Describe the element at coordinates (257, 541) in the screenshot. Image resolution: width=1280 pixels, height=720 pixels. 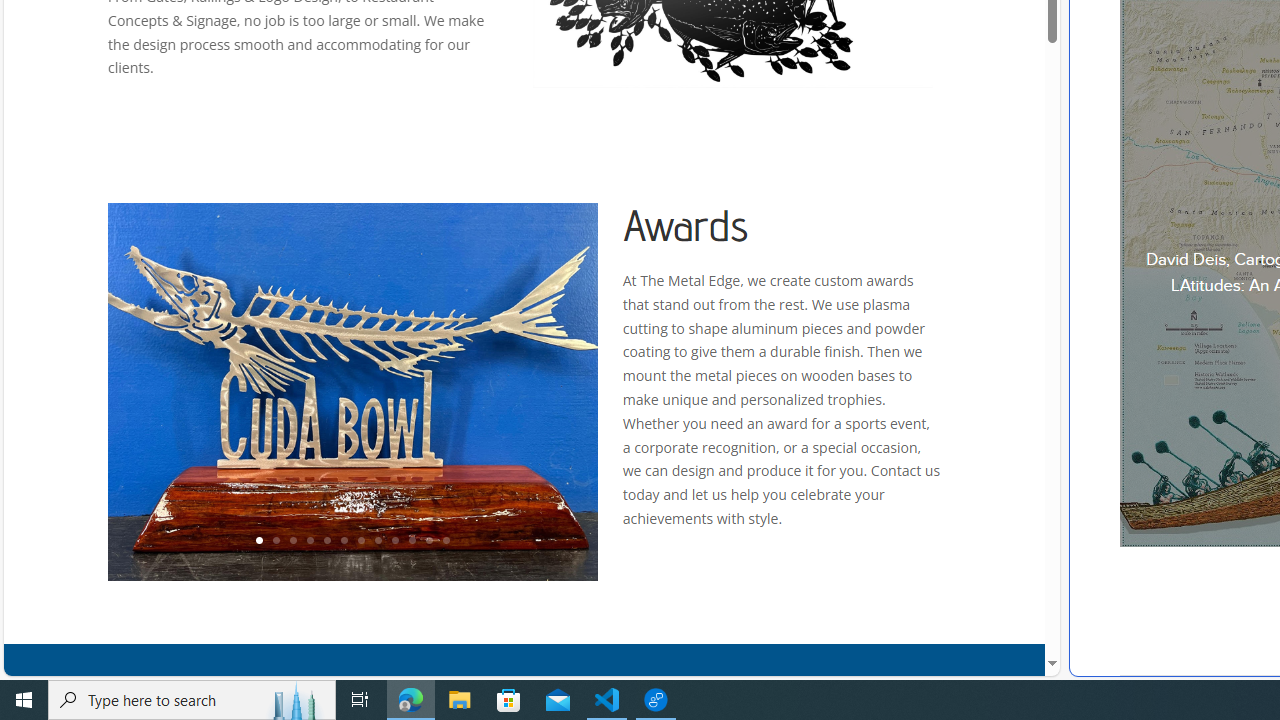
I see `'1'` at that location.